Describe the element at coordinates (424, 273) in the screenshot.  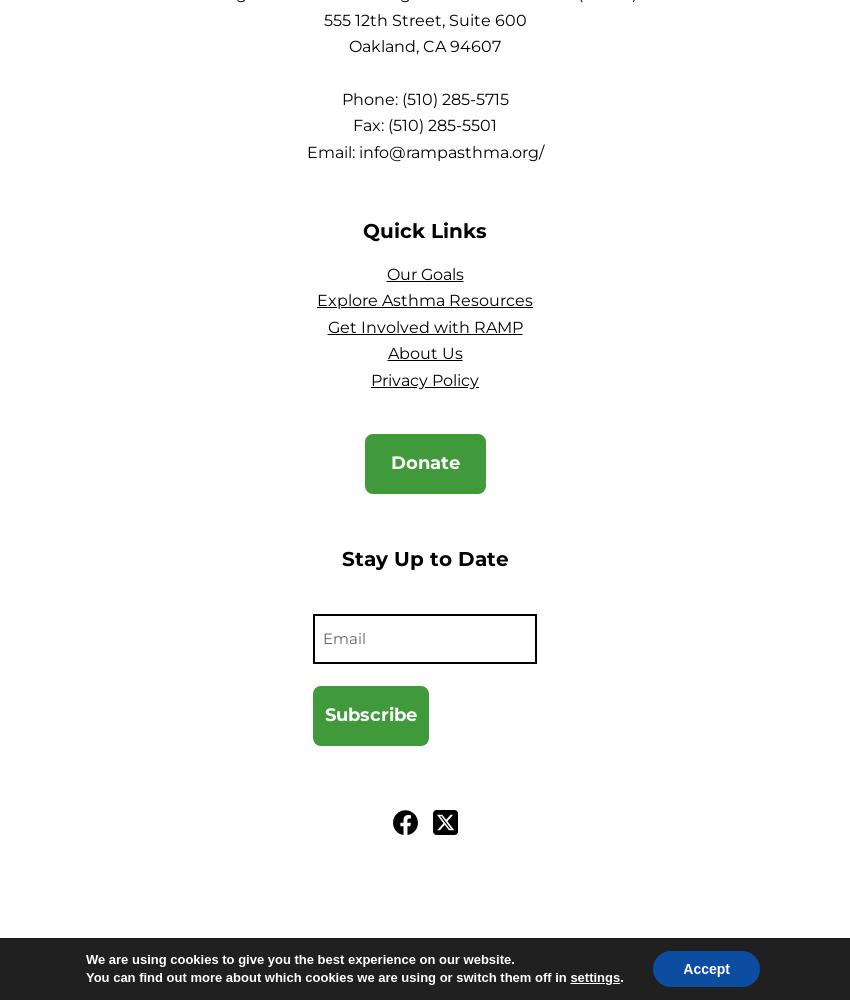
I see `'Our Goals'` at that location.